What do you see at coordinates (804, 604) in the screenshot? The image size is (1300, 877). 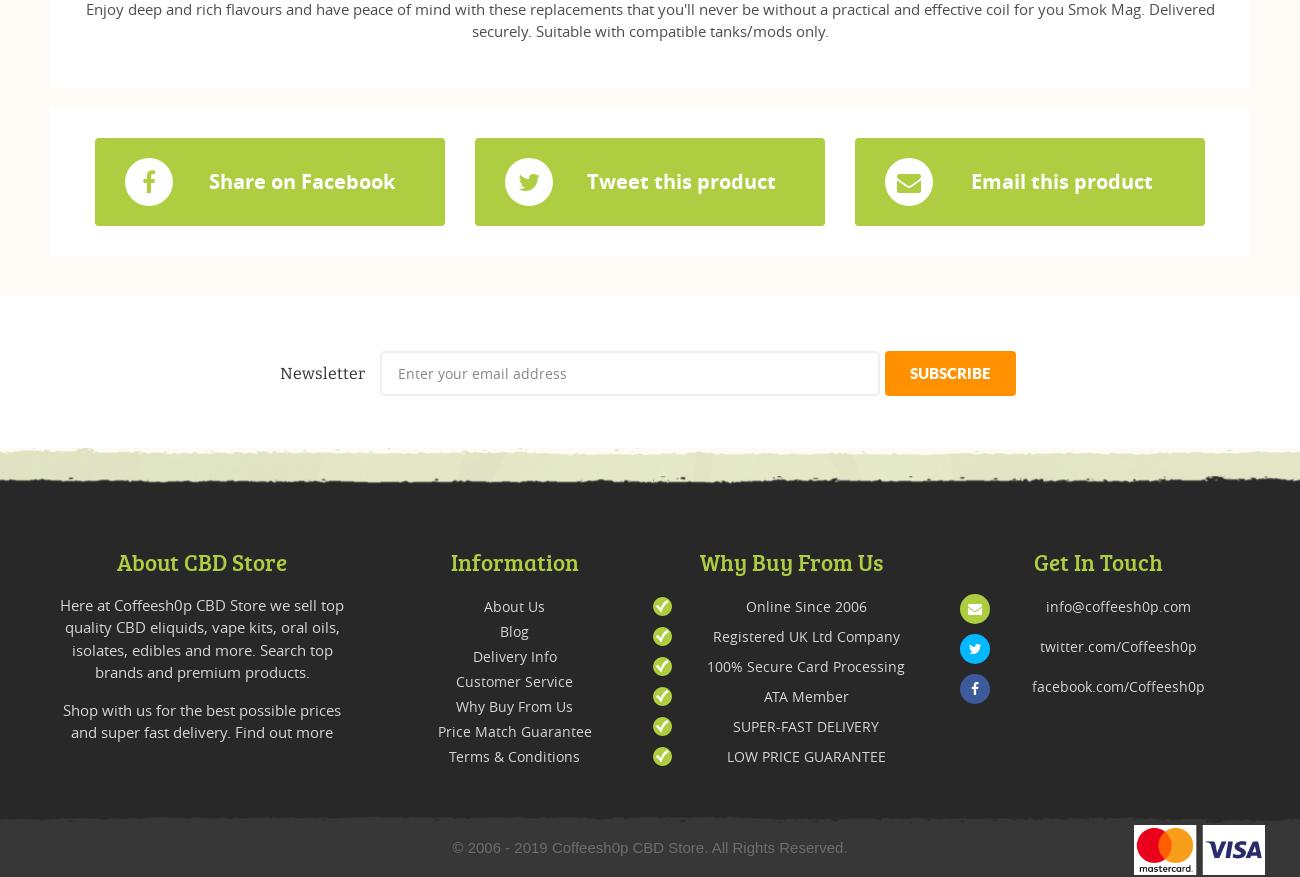 I see `'Online Since 2006'` at bounding box center [804, 604].